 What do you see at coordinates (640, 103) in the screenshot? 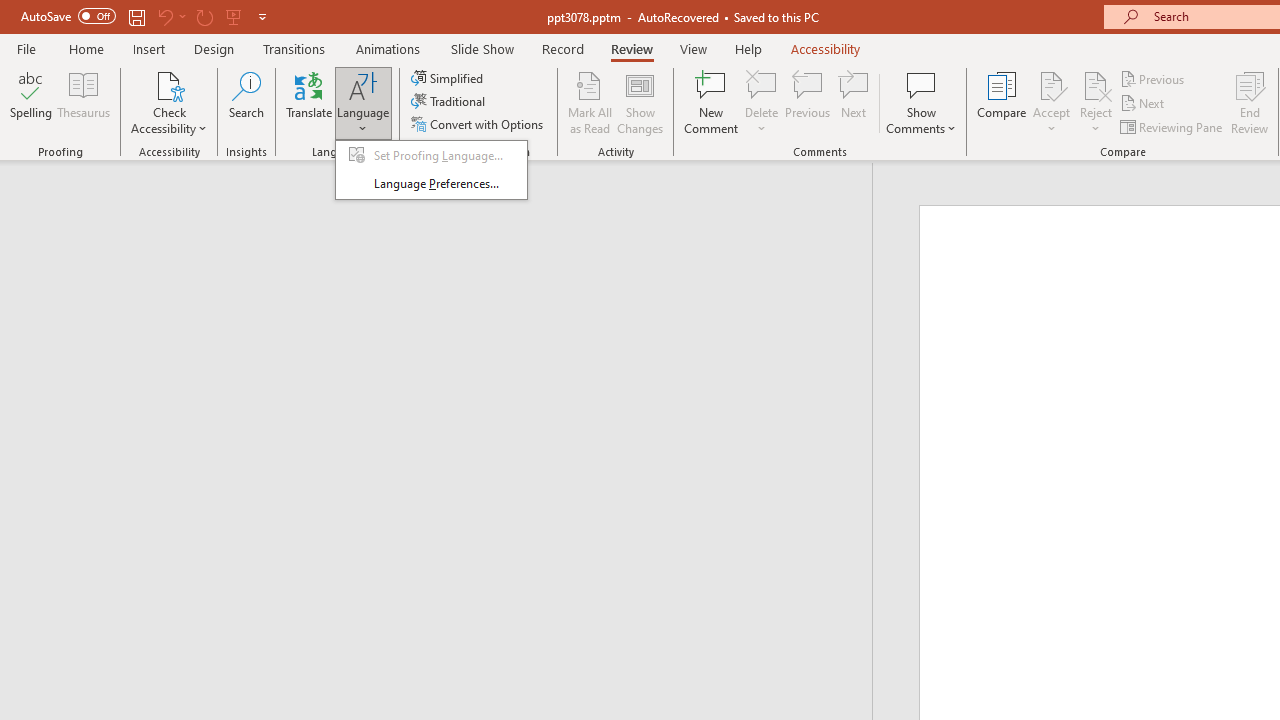
I see `'Show Changes'` at bounding box center [640, 103].